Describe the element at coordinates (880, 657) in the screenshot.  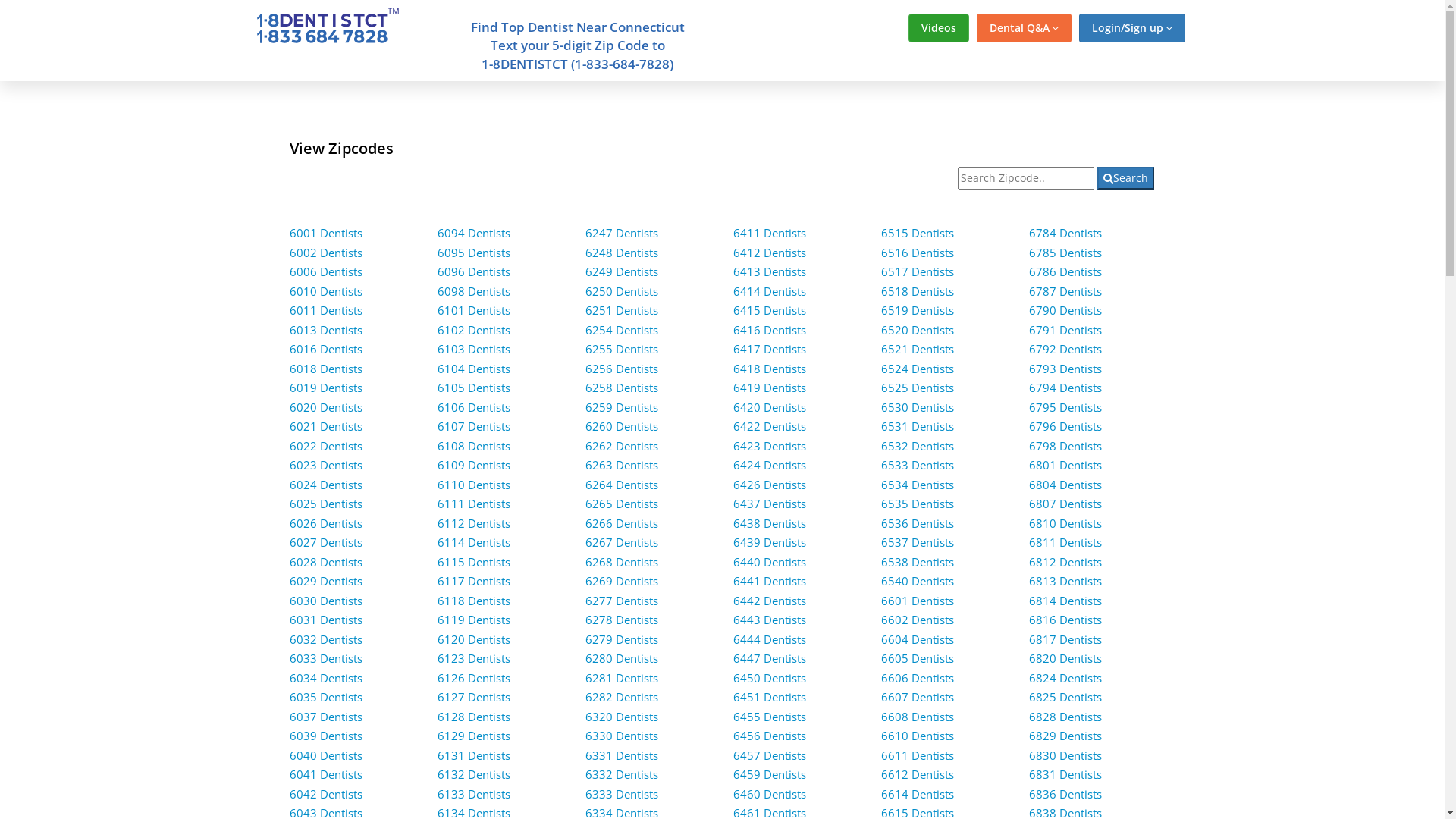
I see `'6605 Dentists'` at that location.